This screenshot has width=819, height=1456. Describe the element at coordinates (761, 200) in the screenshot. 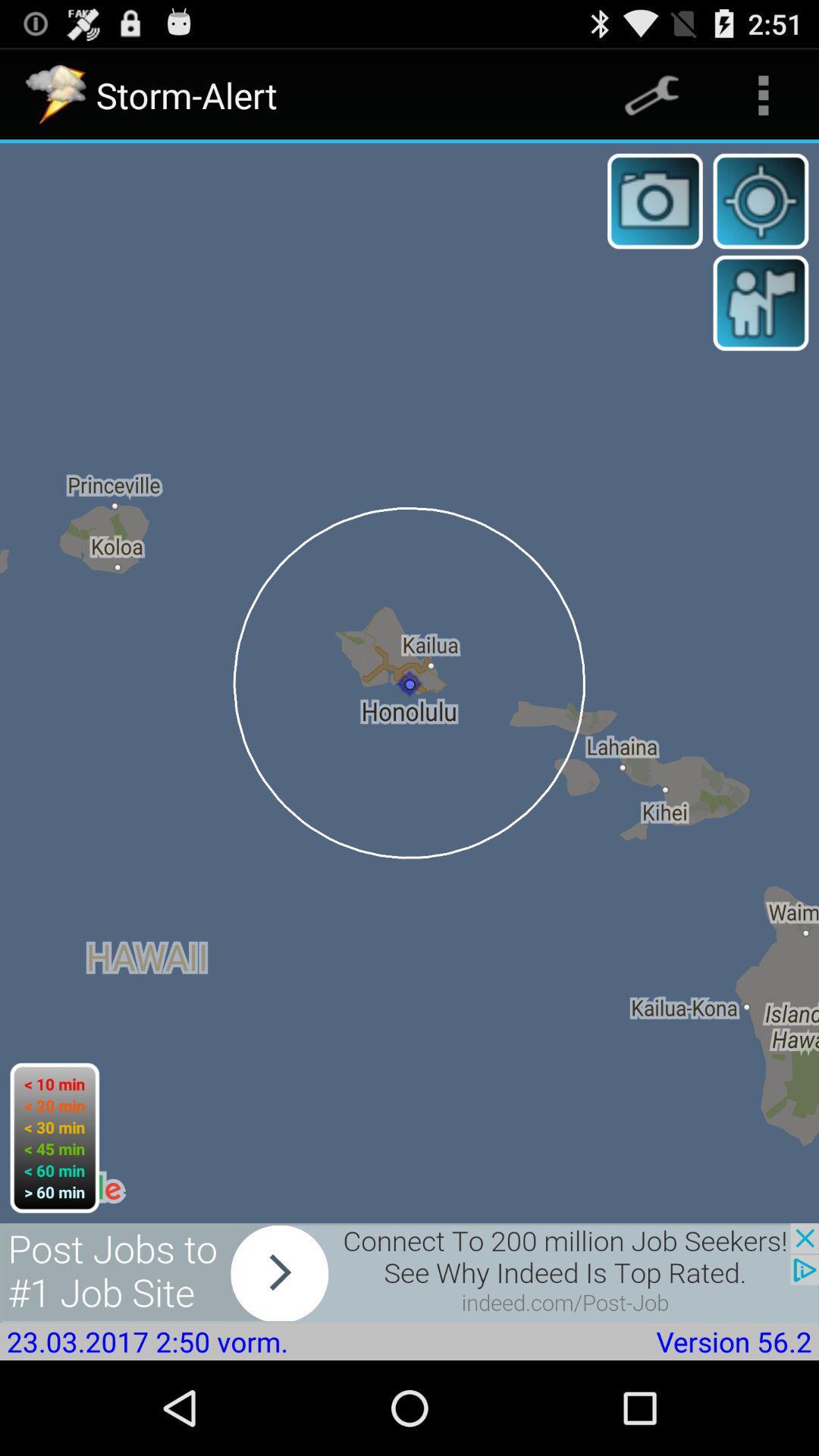

I see `icon right to the camera icon` at that location.